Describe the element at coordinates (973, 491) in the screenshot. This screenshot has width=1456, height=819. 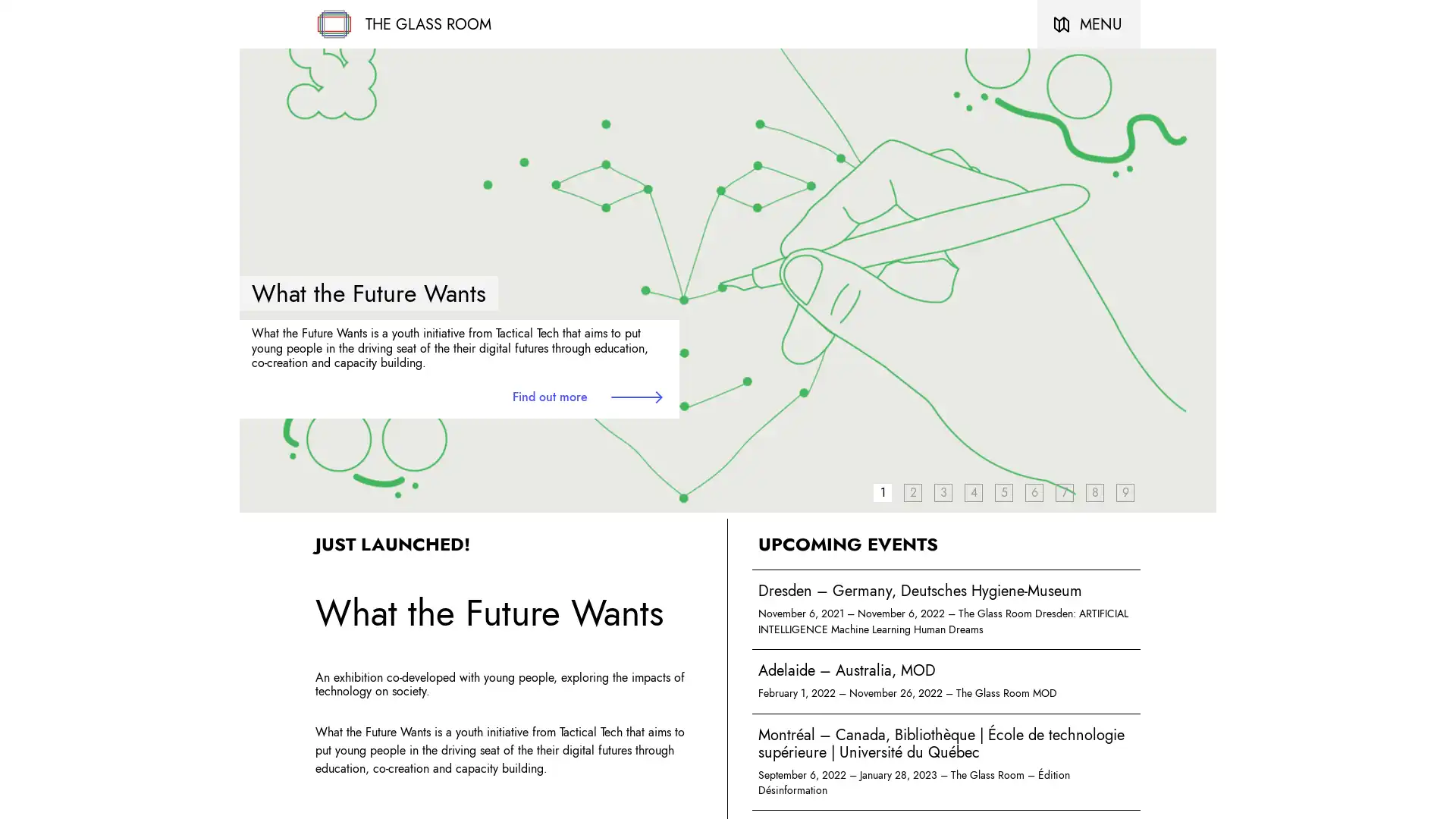
I see `slide item 4` at that location.